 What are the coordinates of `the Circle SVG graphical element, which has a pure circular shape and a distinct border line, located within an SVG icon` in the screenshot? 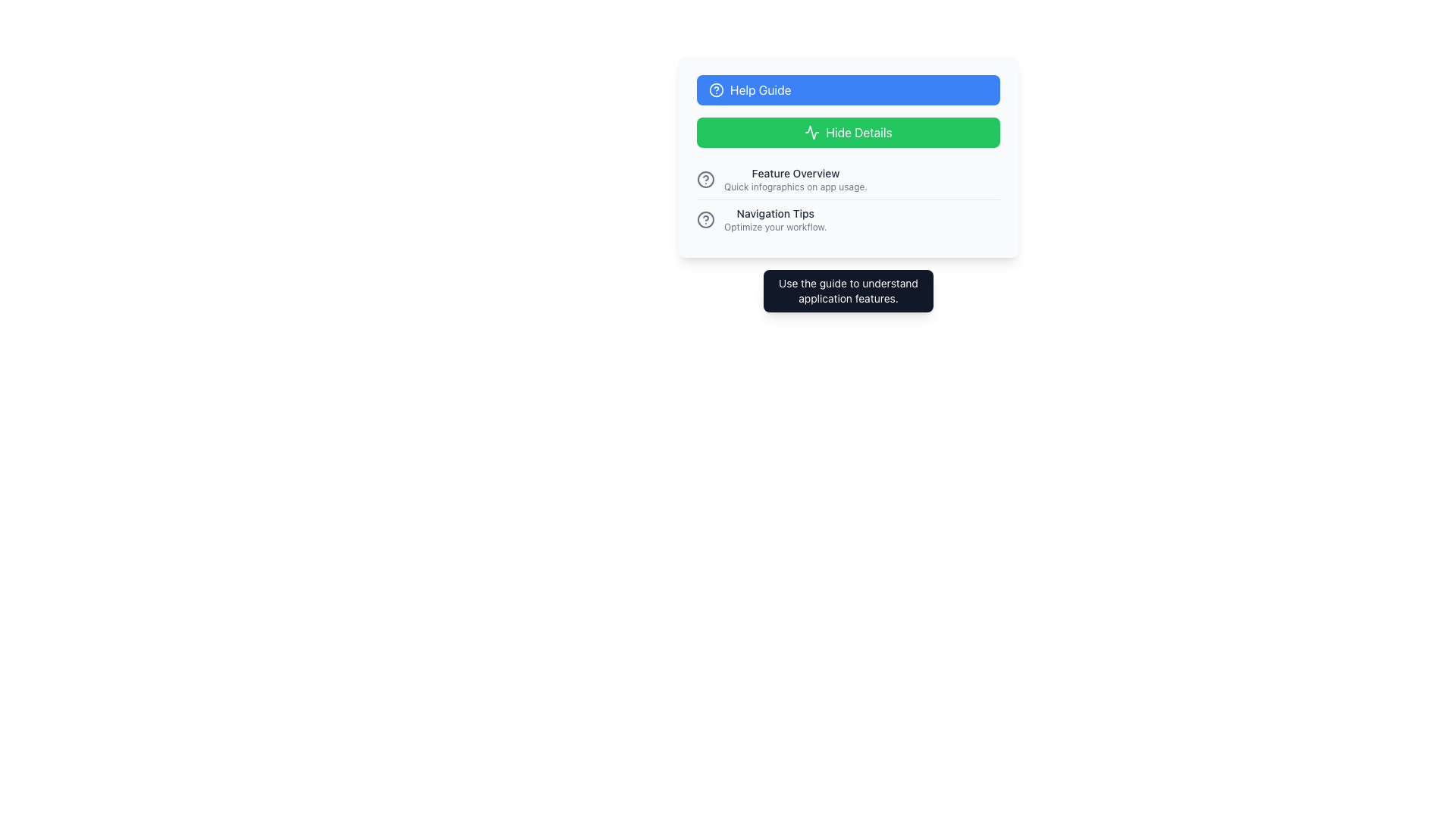 It's located at (705, 178).